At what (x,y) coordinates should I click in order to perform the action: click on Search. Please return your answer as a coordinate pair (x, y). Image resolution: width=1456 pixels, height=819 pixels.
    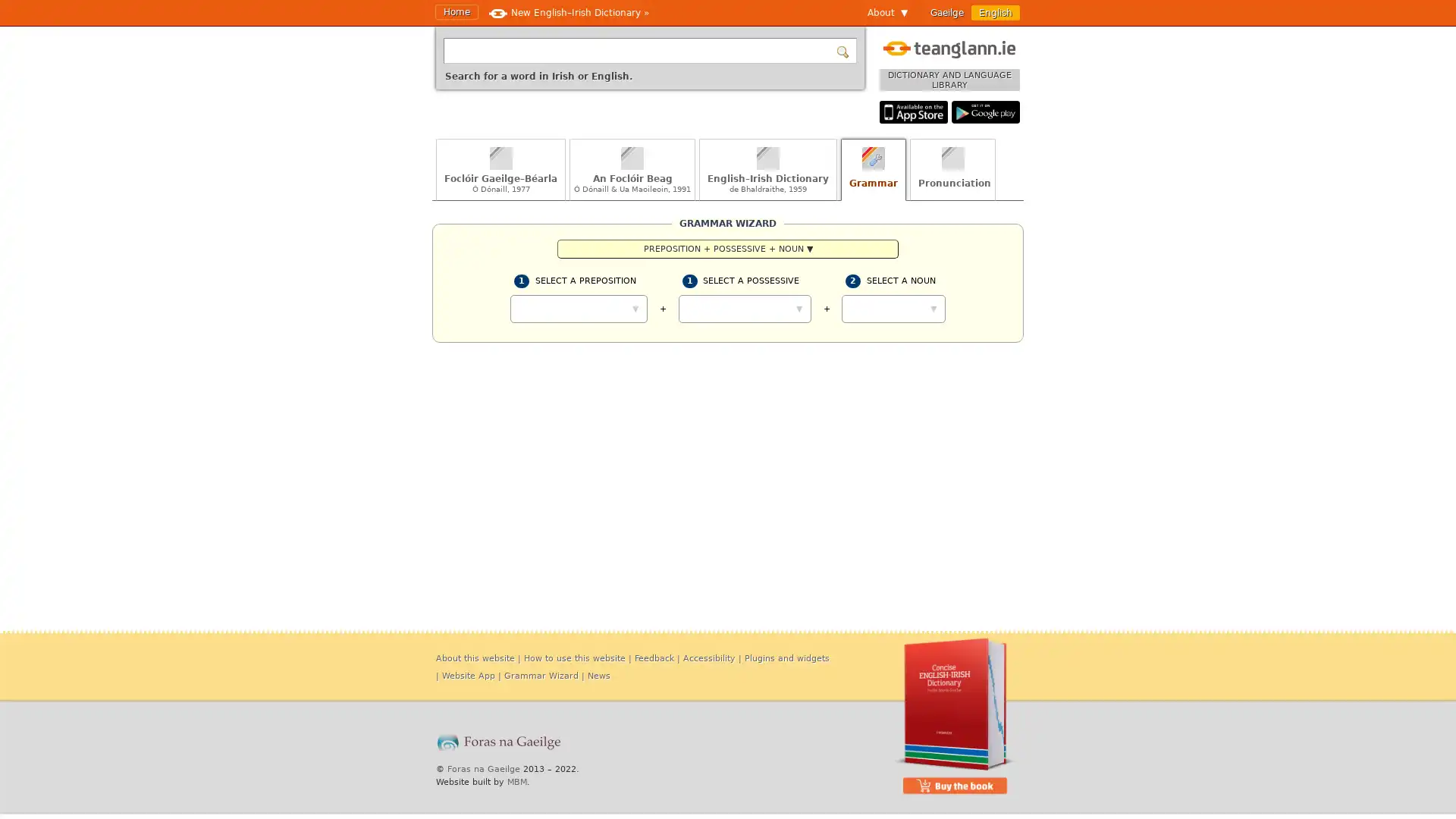
    Looking at the image, I should click on (843, 49).